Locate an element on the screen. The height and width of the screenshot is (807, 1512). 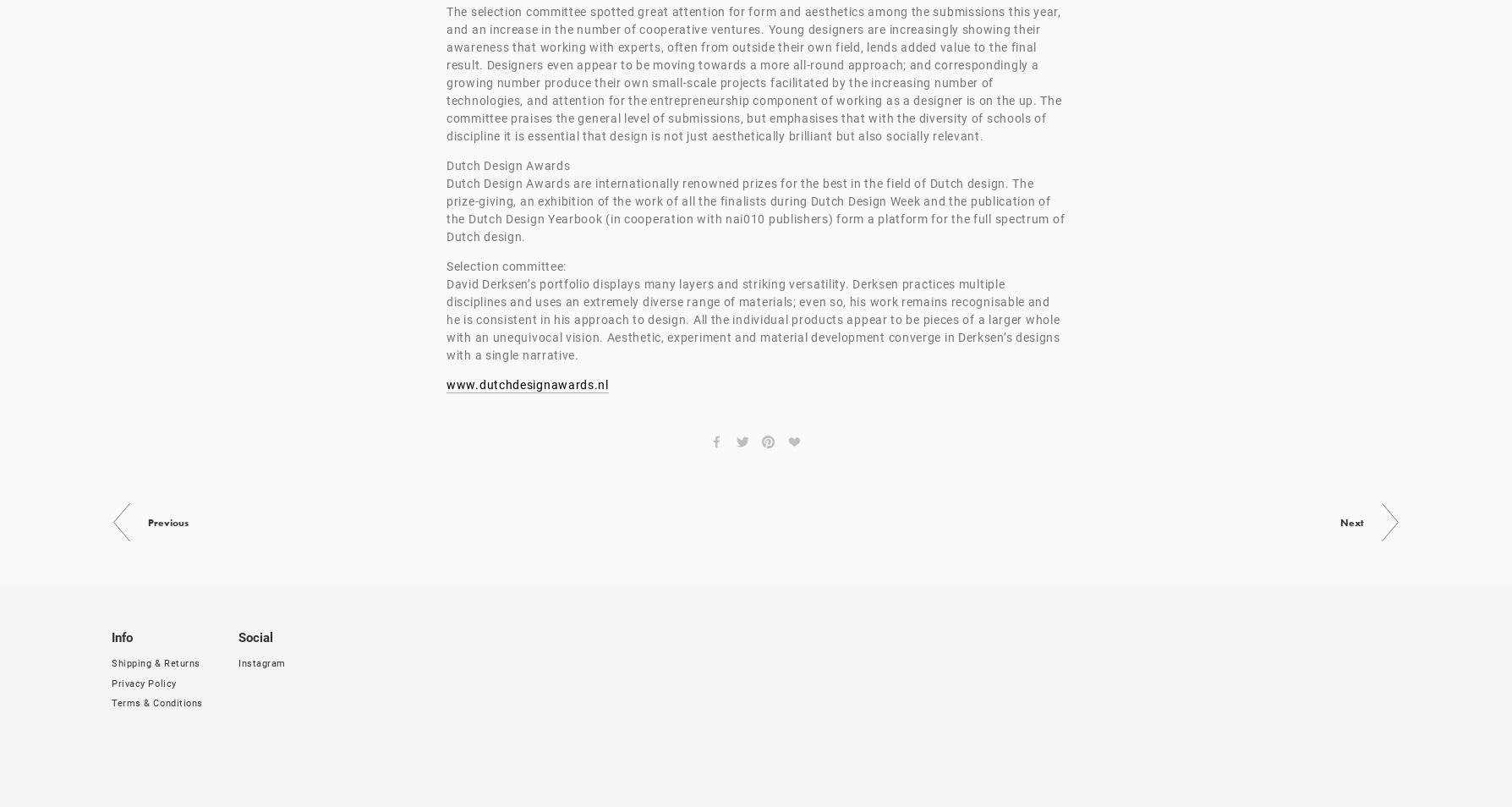
'Previous' is located at coordinates (168, 522).